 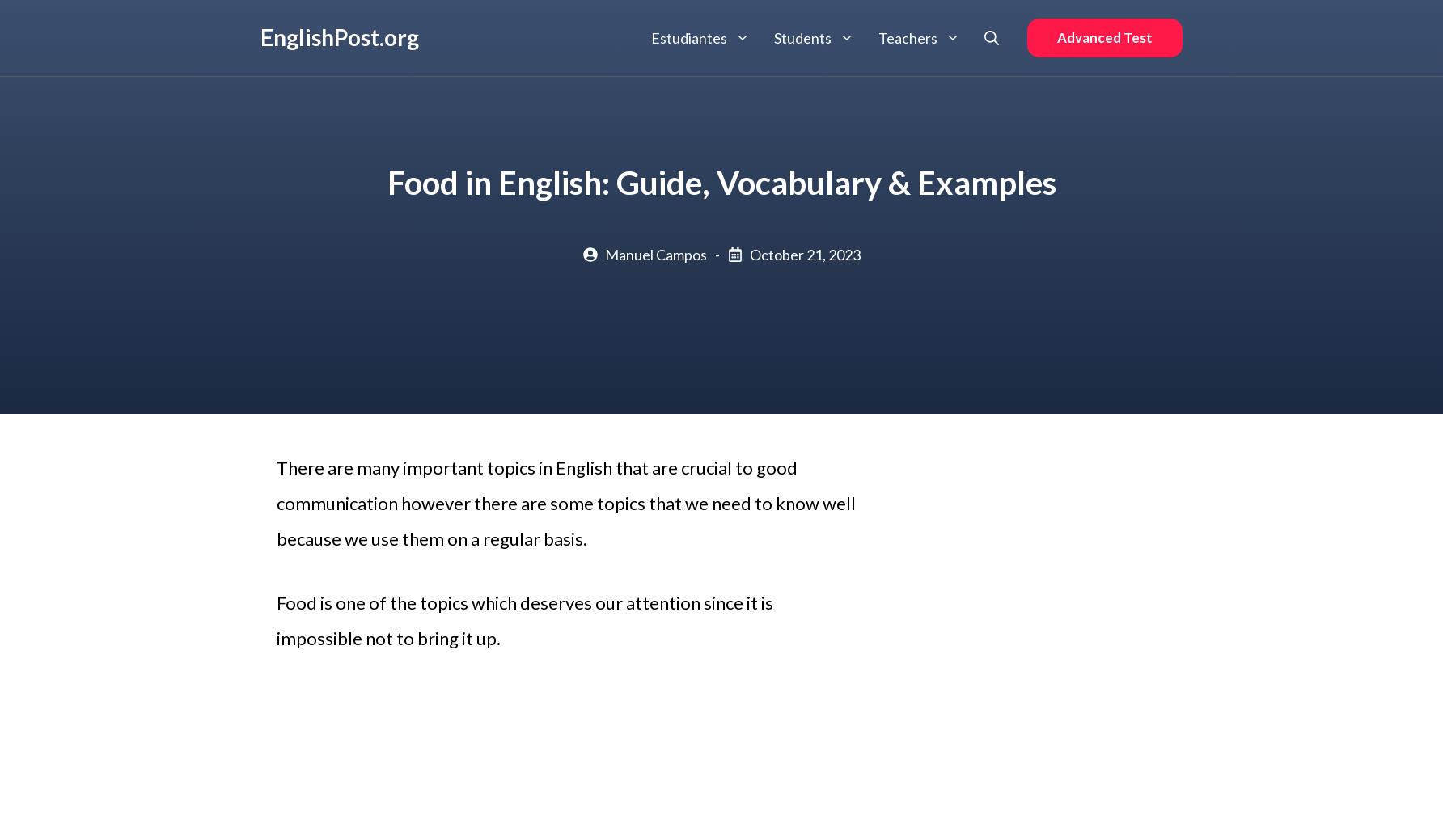 What do you see at coordinates (688, 36) in the screenshot?
I see `'Estudiantes'` at bounding box center [688, 36].